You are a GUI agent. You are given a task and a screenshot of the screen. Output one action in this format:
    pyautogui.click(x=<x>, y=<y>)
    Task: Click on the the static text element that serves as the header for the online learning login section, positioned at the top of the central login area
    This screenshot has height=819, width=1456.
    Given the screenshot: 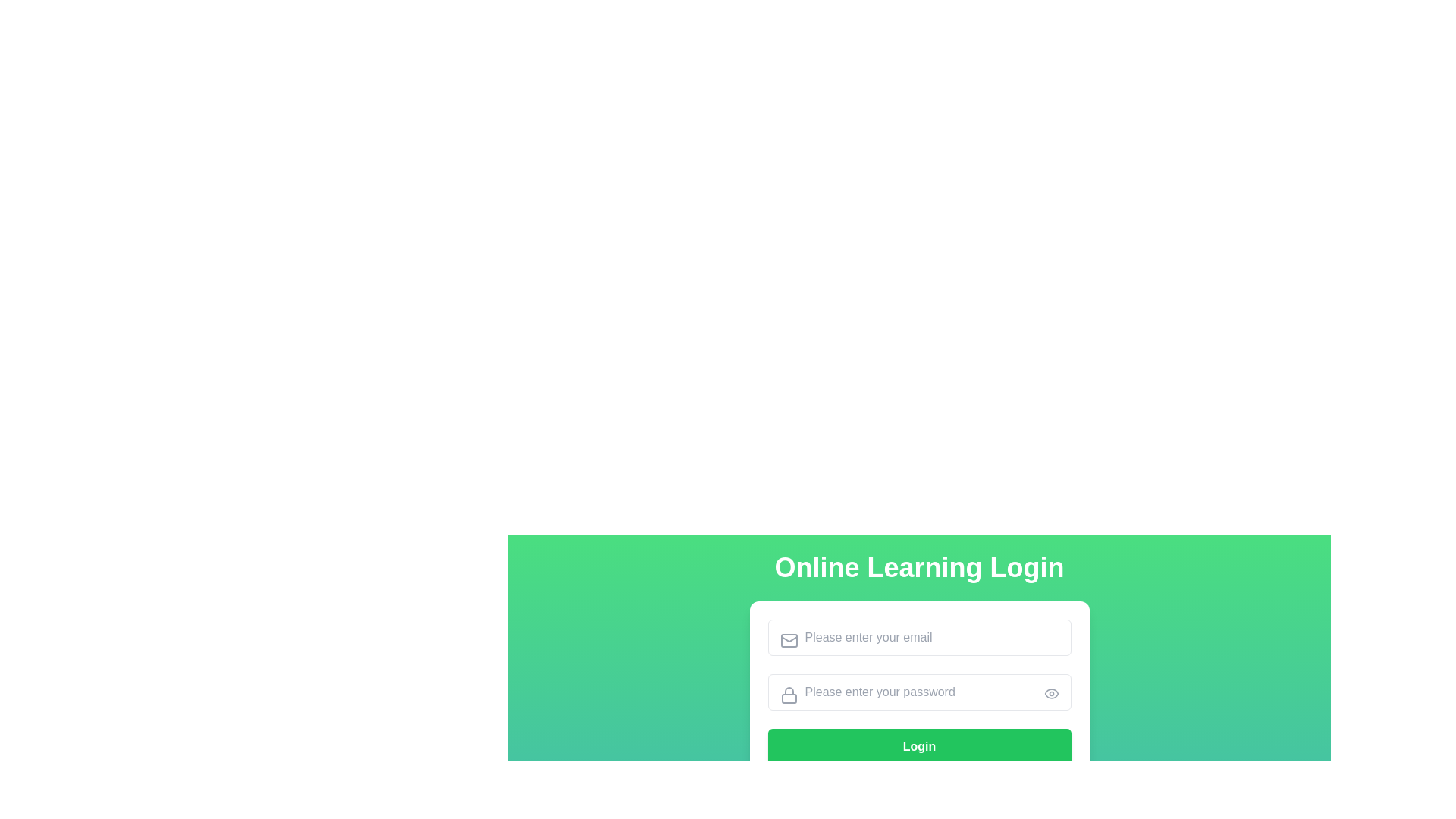 What is the action you would take?
    pyautogui.click(x=918, y=567)
    